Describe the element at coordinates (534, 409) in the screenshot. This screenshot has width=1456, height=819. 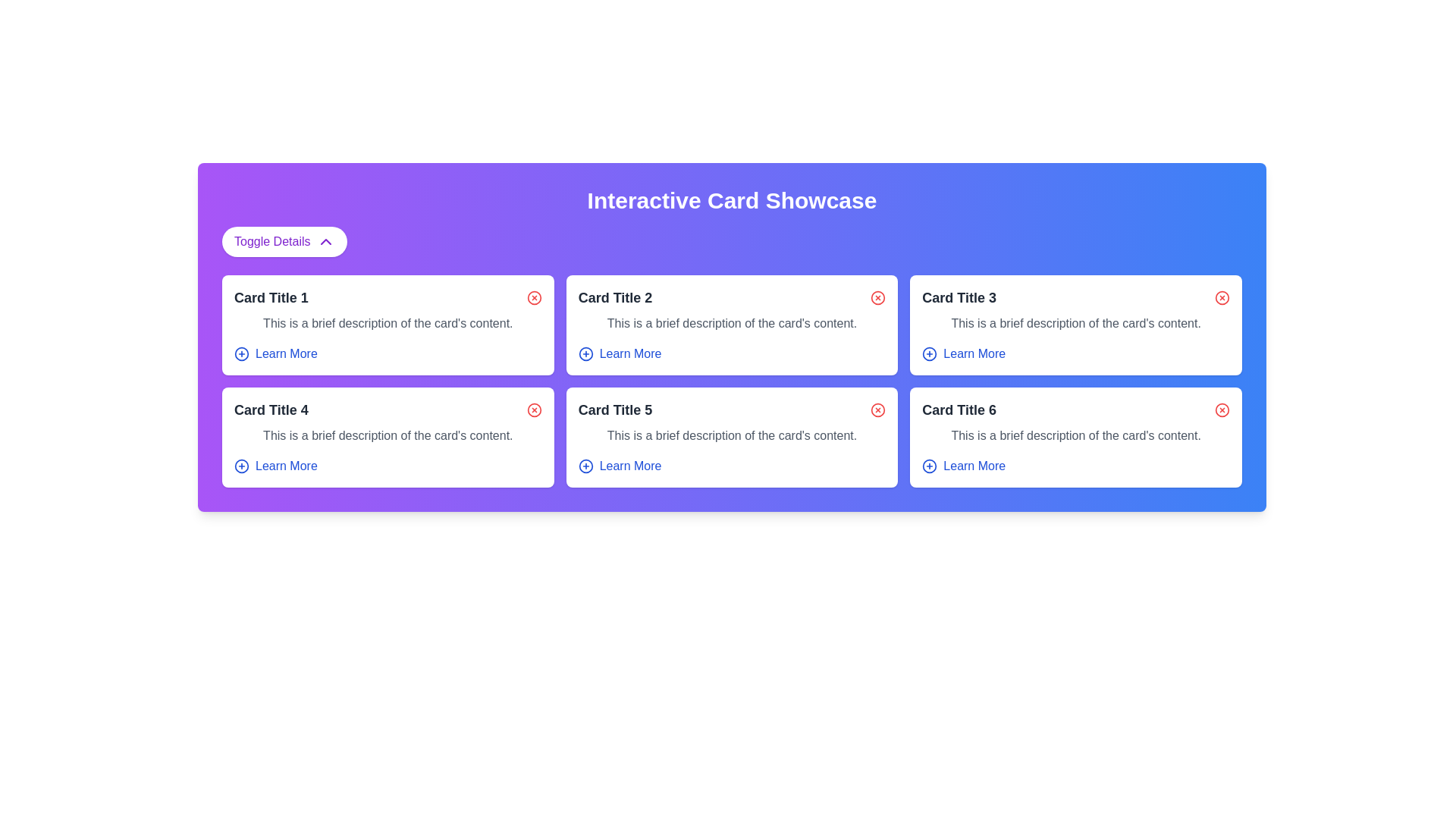
I see `the circle part of the close icon in the top-right corner of 'Card Title 4'` at that location.